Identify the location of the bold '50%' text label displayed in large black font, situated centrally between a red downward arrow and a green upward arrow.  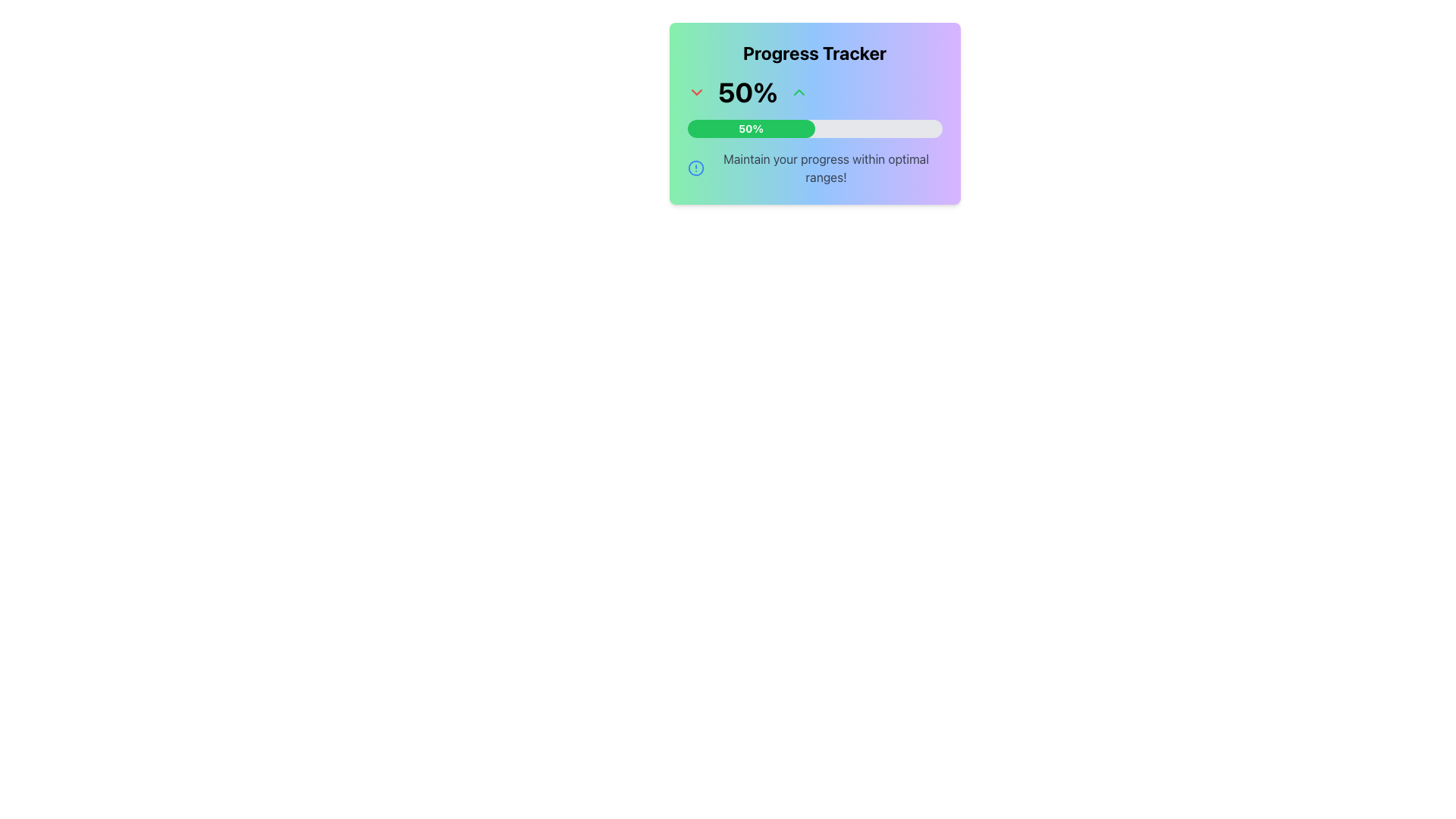
(748, 93).